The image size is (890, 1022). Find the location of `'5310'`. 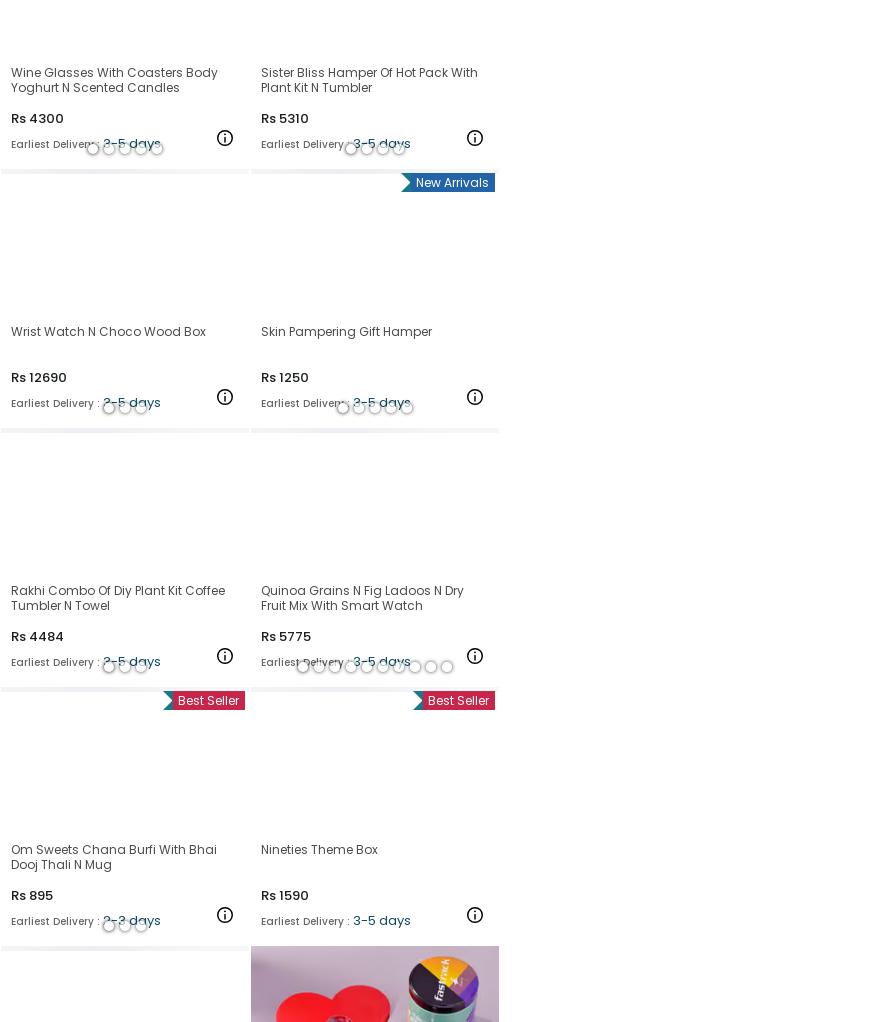

'5310' is located at coordinates (292, 117).